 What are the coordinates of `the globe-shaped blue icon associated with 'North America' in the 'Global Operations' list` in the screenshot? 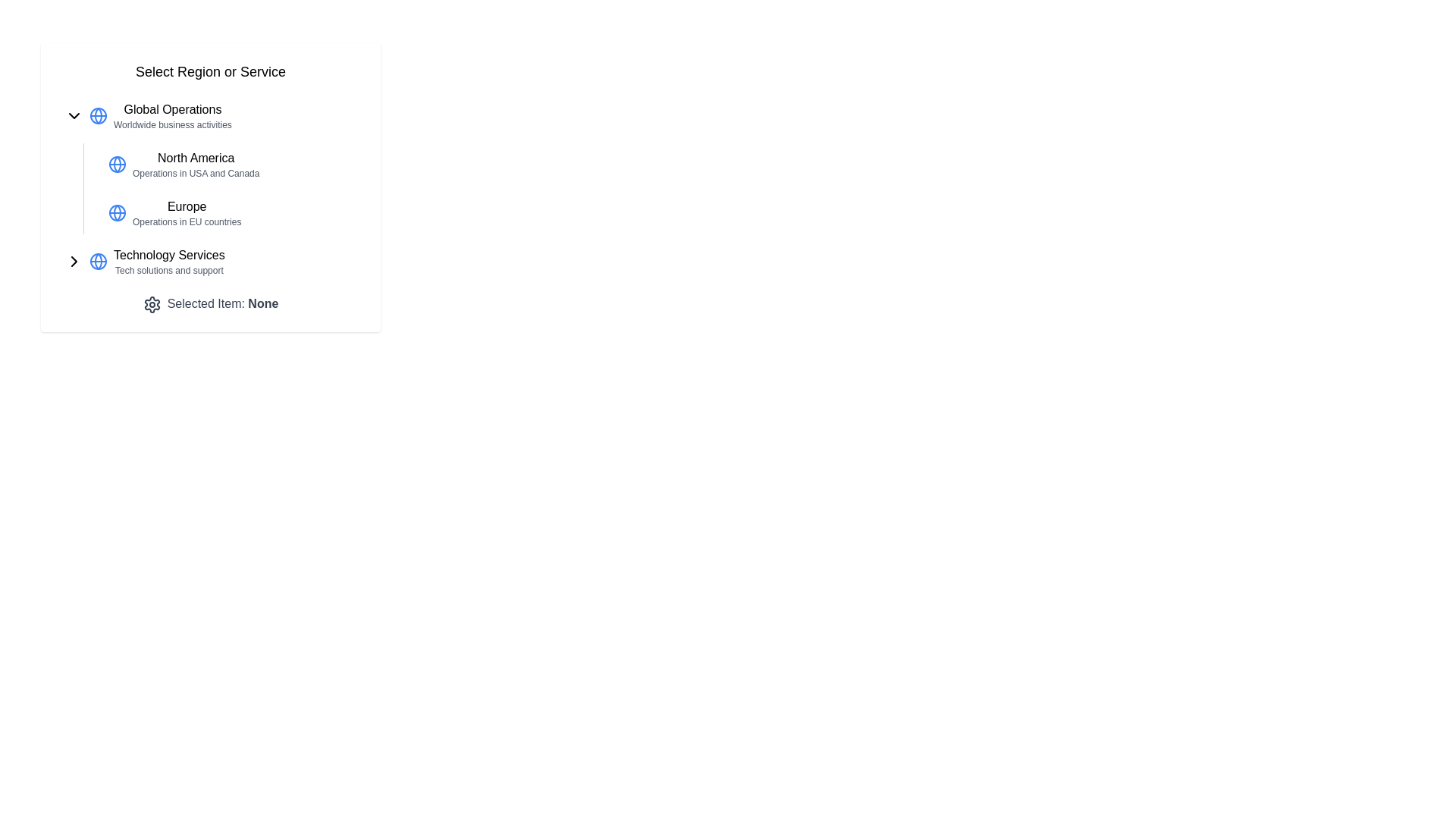 It's located at (116, 164).